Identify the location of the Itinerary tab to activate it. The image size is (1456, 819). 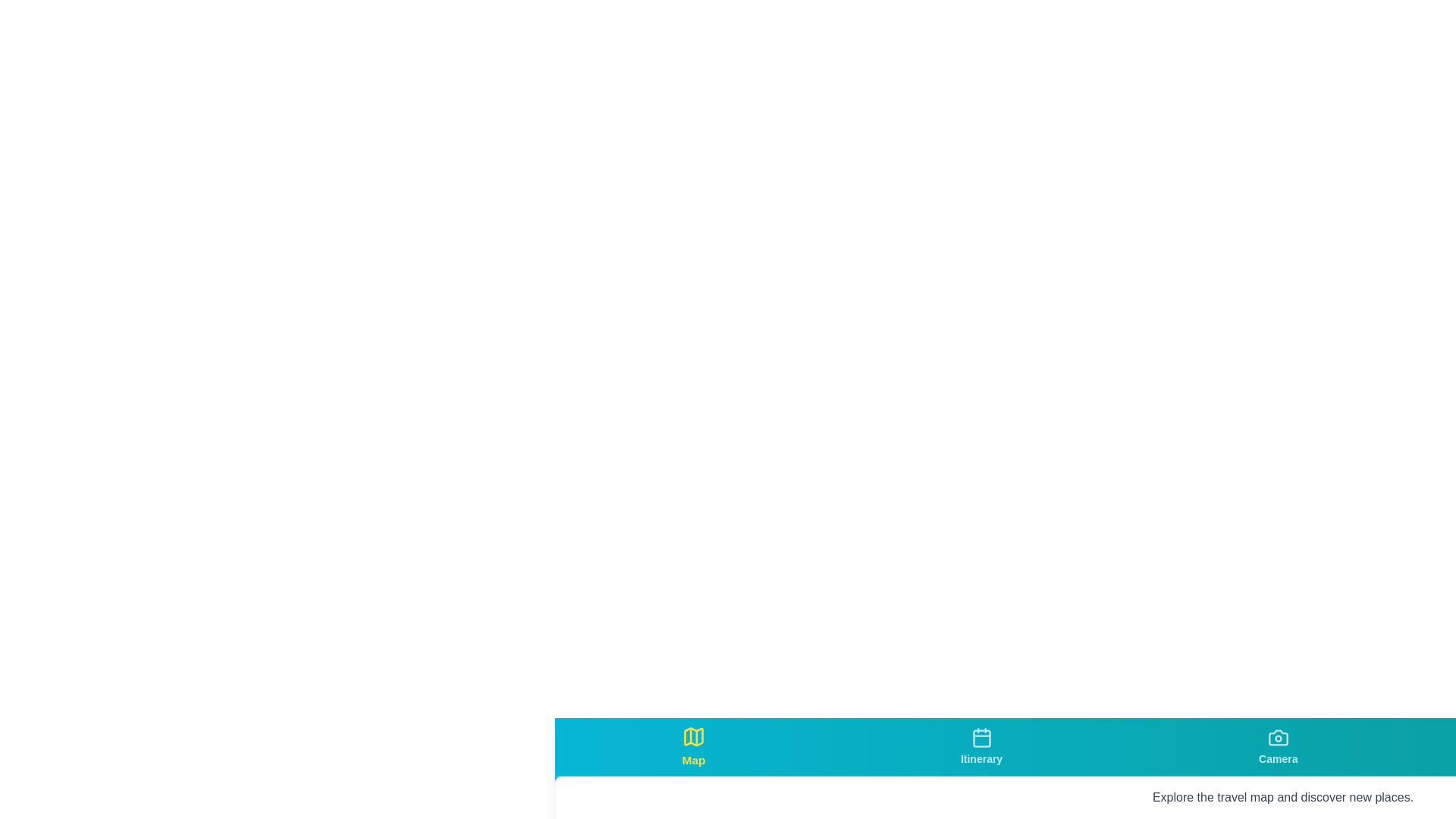
(981, 745).